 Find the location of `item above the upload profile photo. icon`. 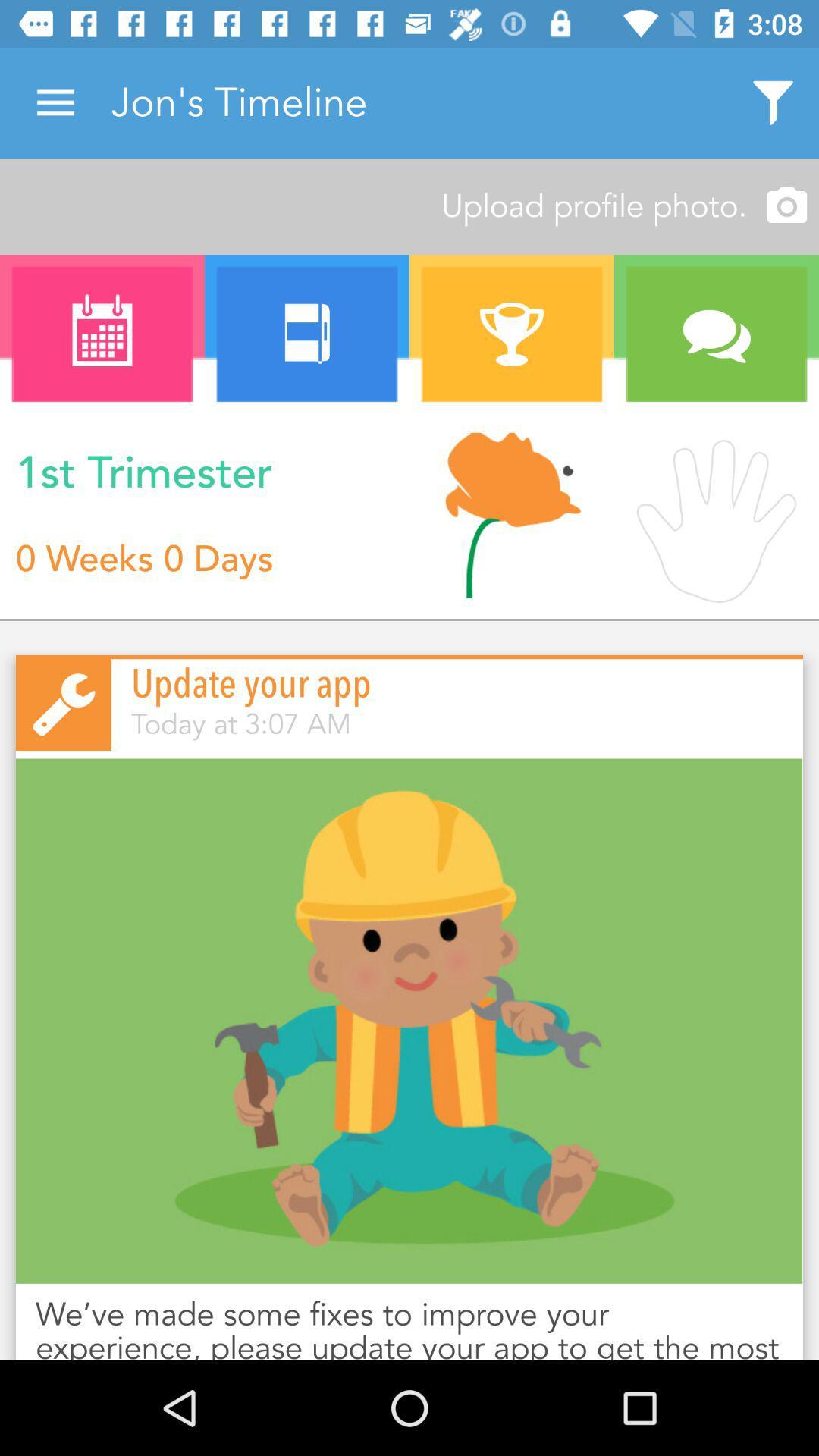

item above the upload profile photo. icon is located at coordinates (55, 102).